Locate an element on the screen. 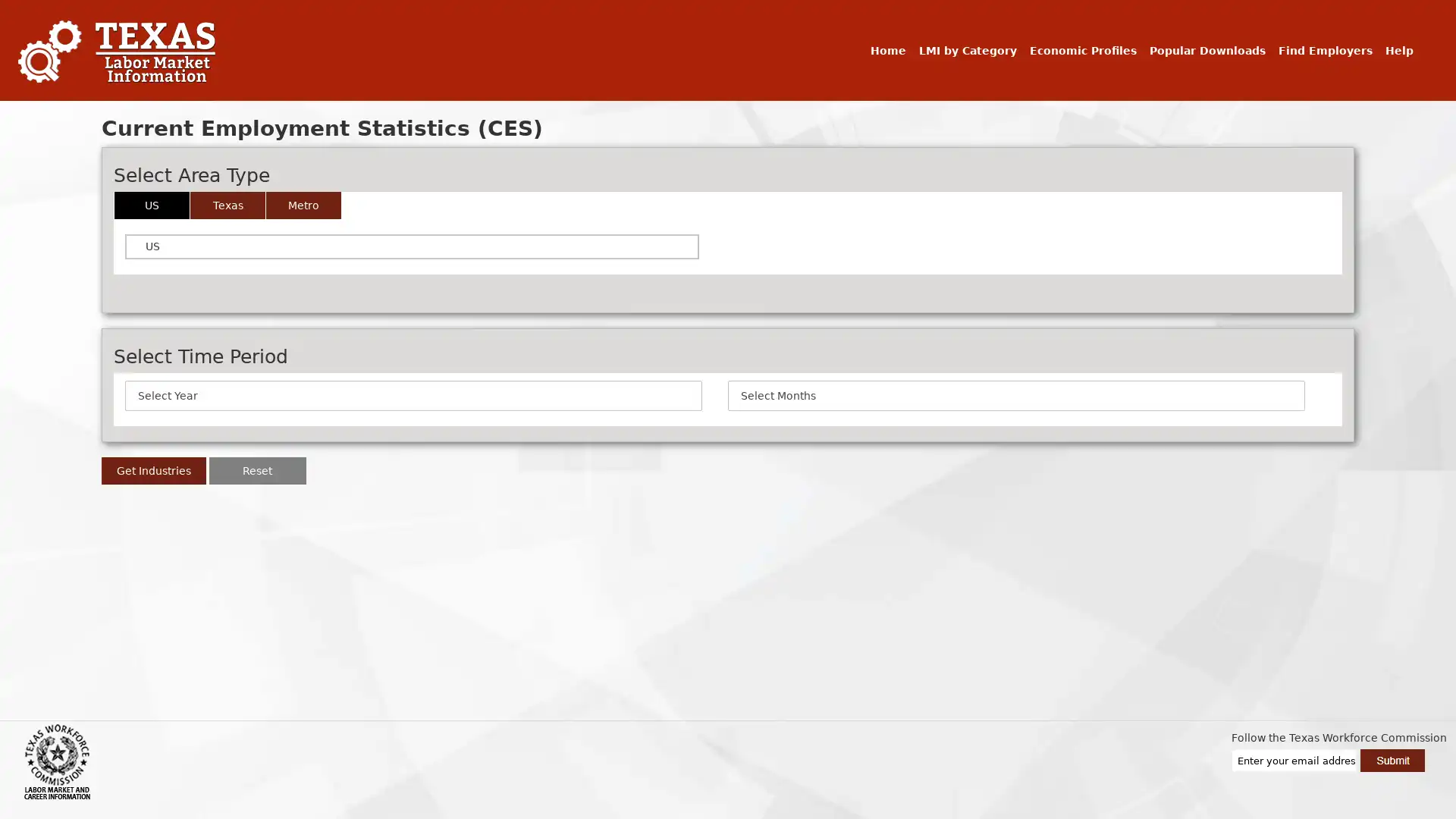 The width and height of the screenshot is (1456, 819). Get Industries is located at coordinates (153, 470).